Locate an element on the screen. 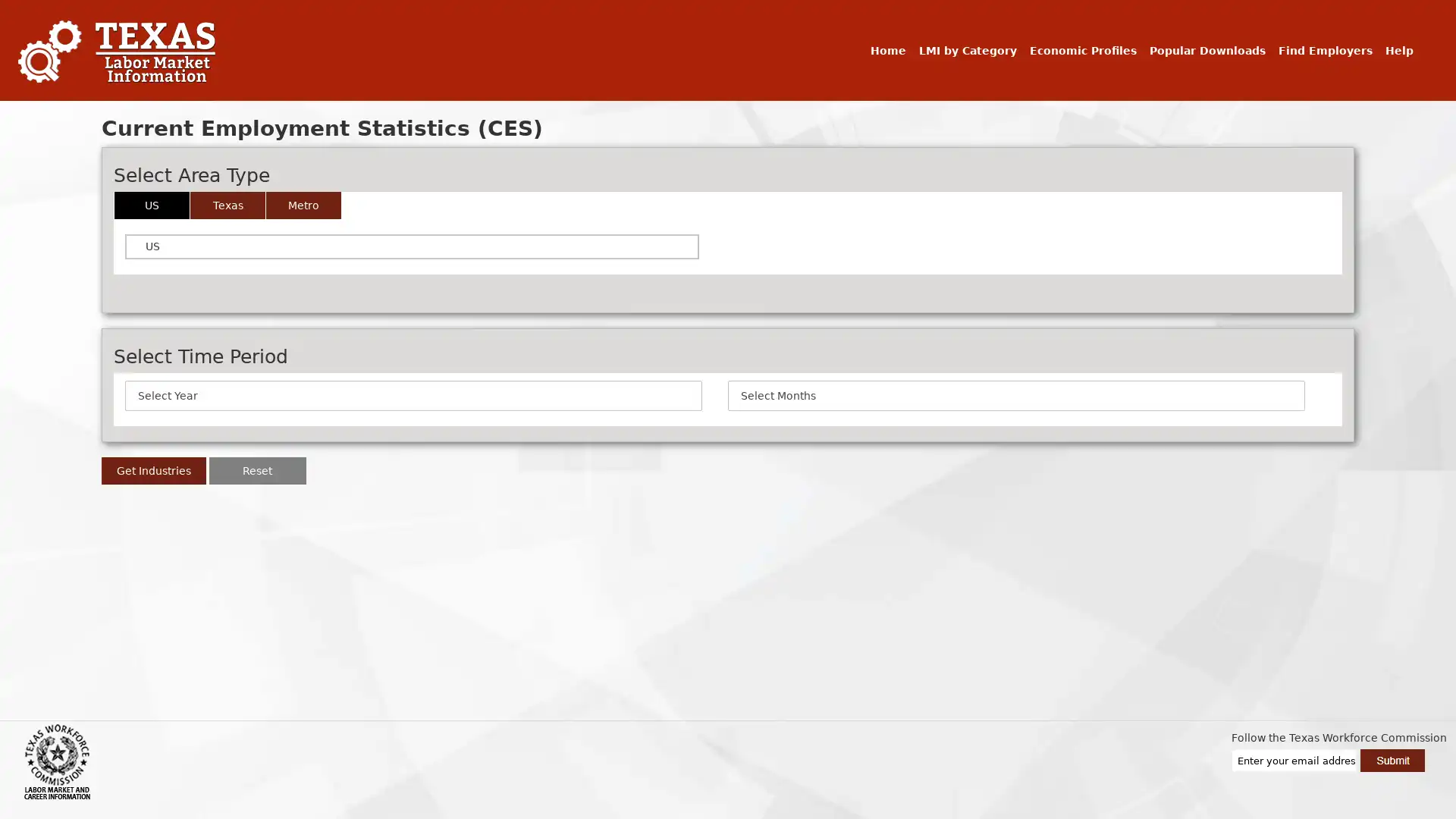 The width and height of the screenshot is (1456, 819). Get Industries is located at coordinates (153, 470).